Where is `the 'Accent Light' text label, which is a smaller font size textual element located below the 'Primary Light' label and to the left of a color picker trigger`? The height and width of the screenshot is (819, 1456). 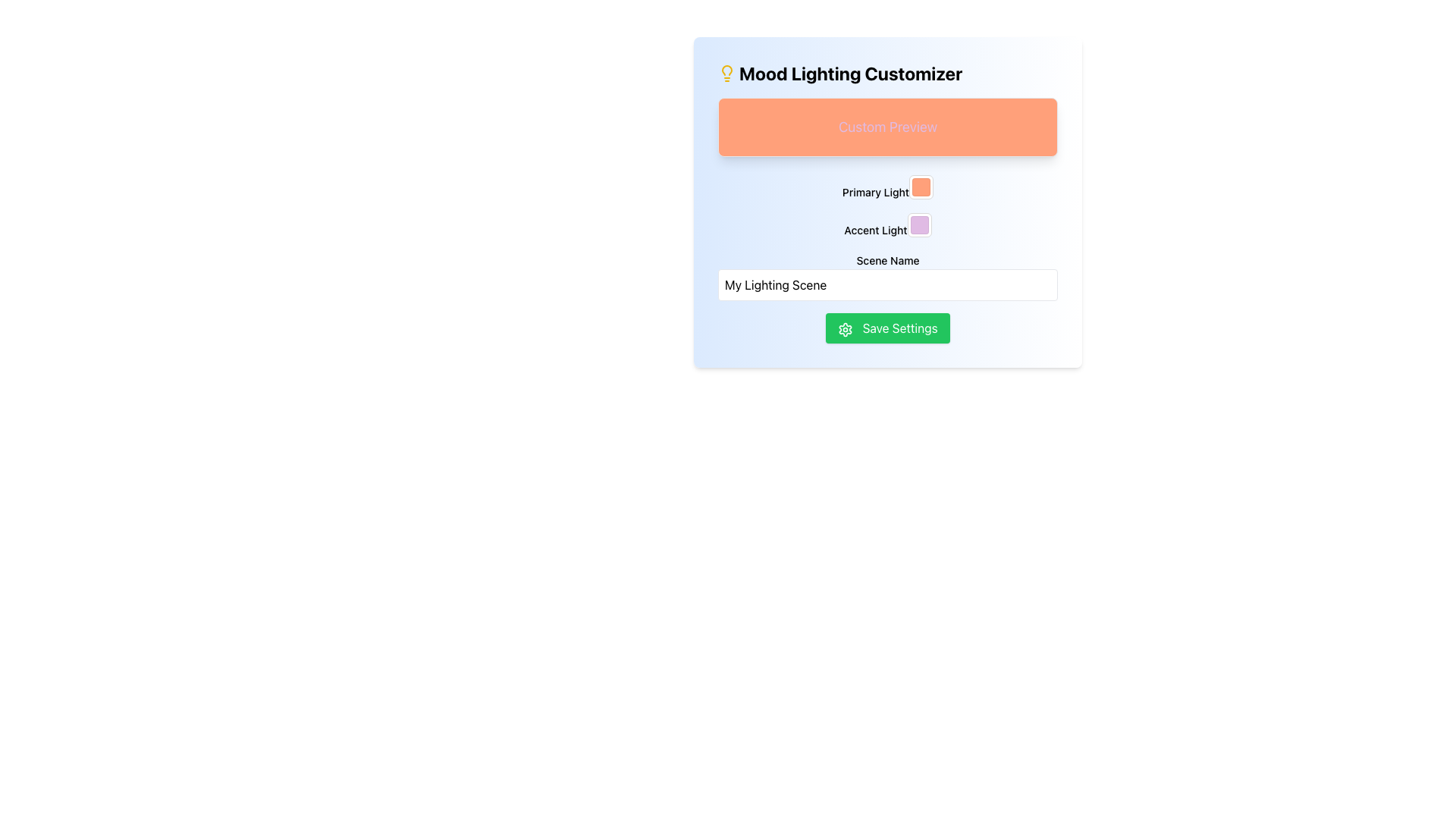 the 'Accent Light' text label, which is a smaller font size textual element located below the 'Primary Light' label and to the left of a color picker trigger is located at coordinates (876, 230).